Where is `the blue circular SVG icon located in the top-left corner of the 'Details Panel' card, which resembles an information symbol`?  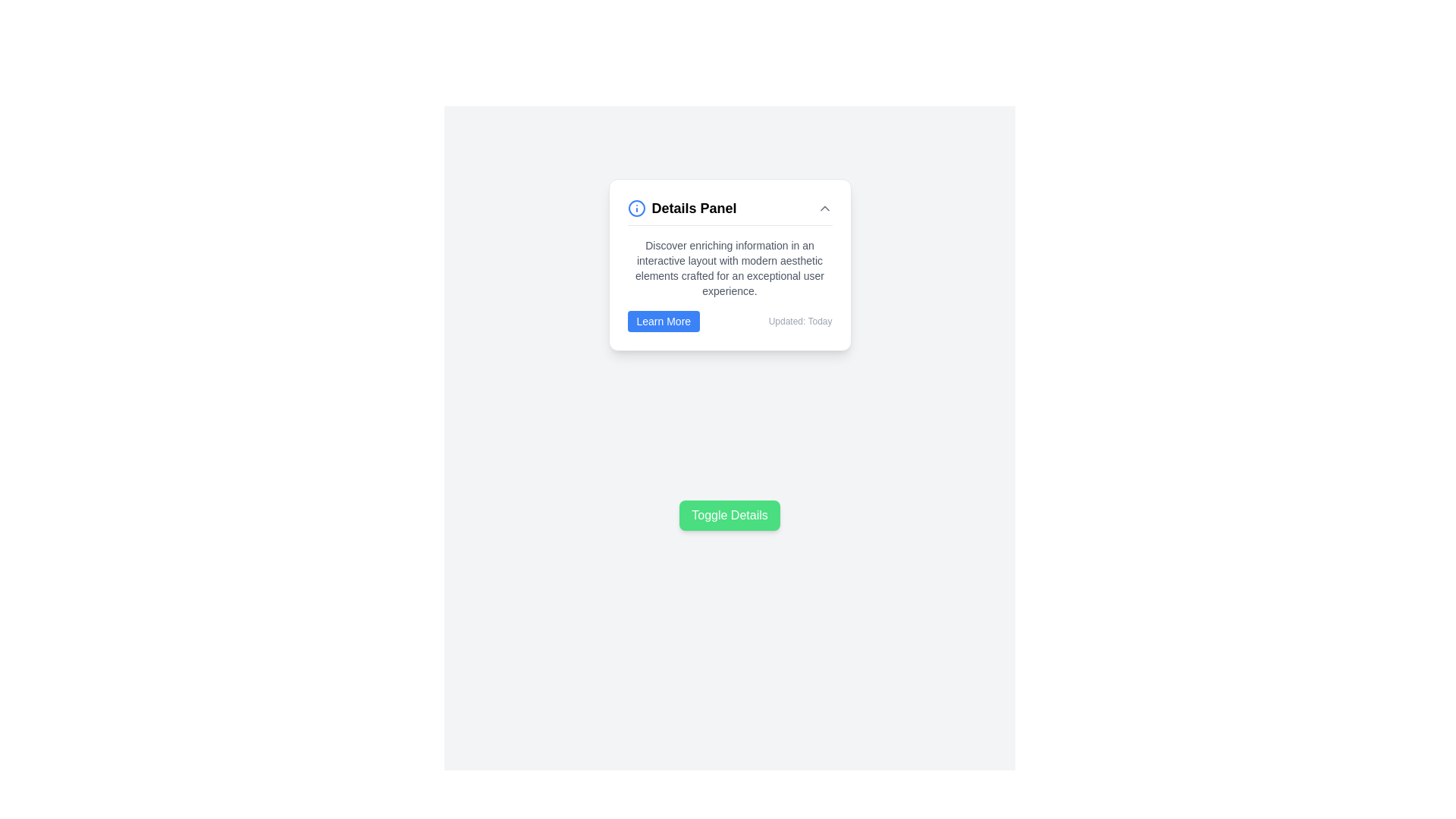
the blue circular SVG icon located in the top-left corner of the 'Details Panel' card, which resembles an information symbol is located at coordinates (636, 208).